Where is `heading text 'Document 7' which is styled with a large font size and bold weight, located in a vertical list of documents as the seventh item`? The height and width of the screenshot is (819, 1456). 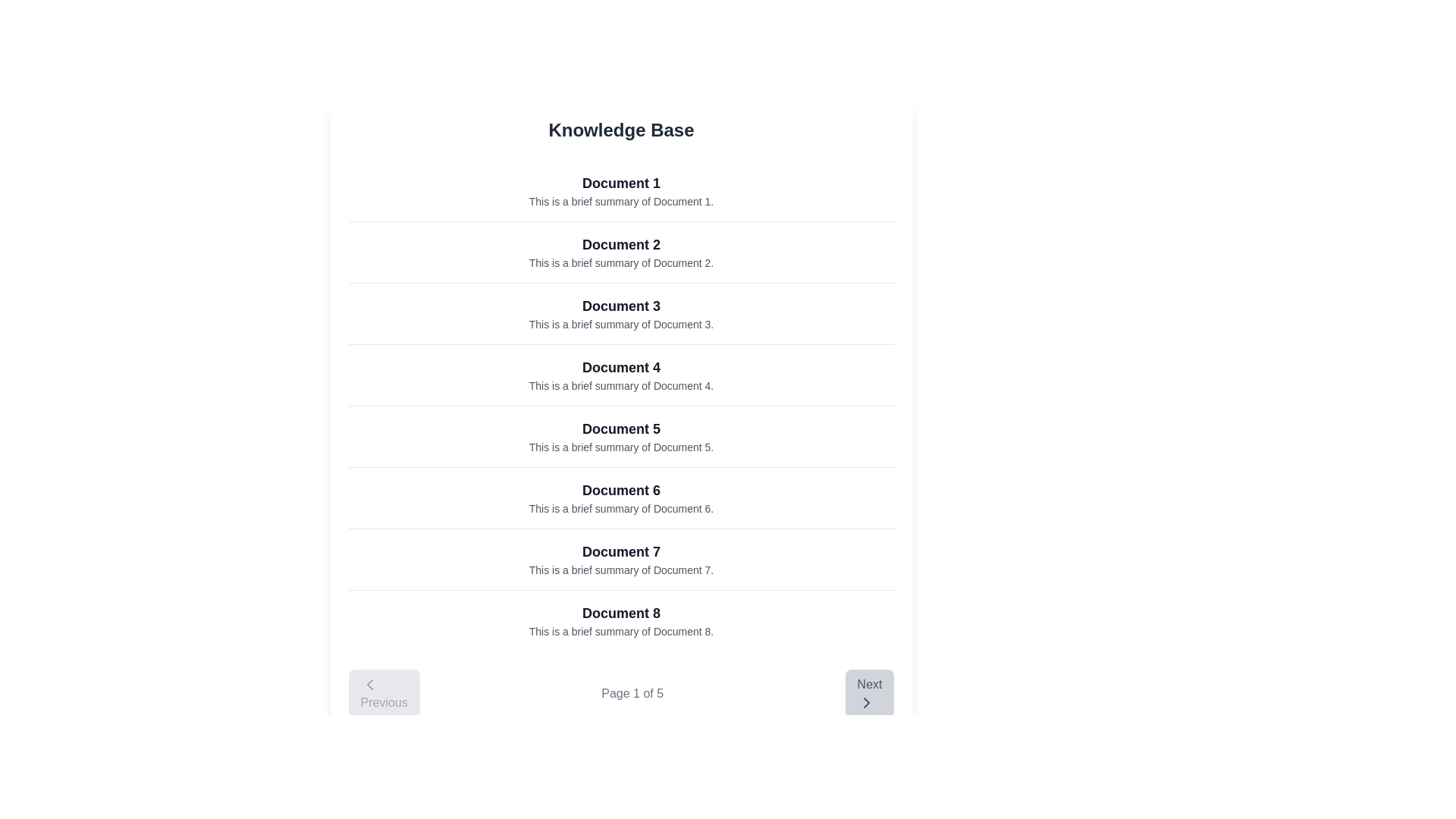 heading text 'Document 7' which is styled with a large font size and bold weight, located in a vertical list of documents as the seventh item is located at coordinates (621, 552).